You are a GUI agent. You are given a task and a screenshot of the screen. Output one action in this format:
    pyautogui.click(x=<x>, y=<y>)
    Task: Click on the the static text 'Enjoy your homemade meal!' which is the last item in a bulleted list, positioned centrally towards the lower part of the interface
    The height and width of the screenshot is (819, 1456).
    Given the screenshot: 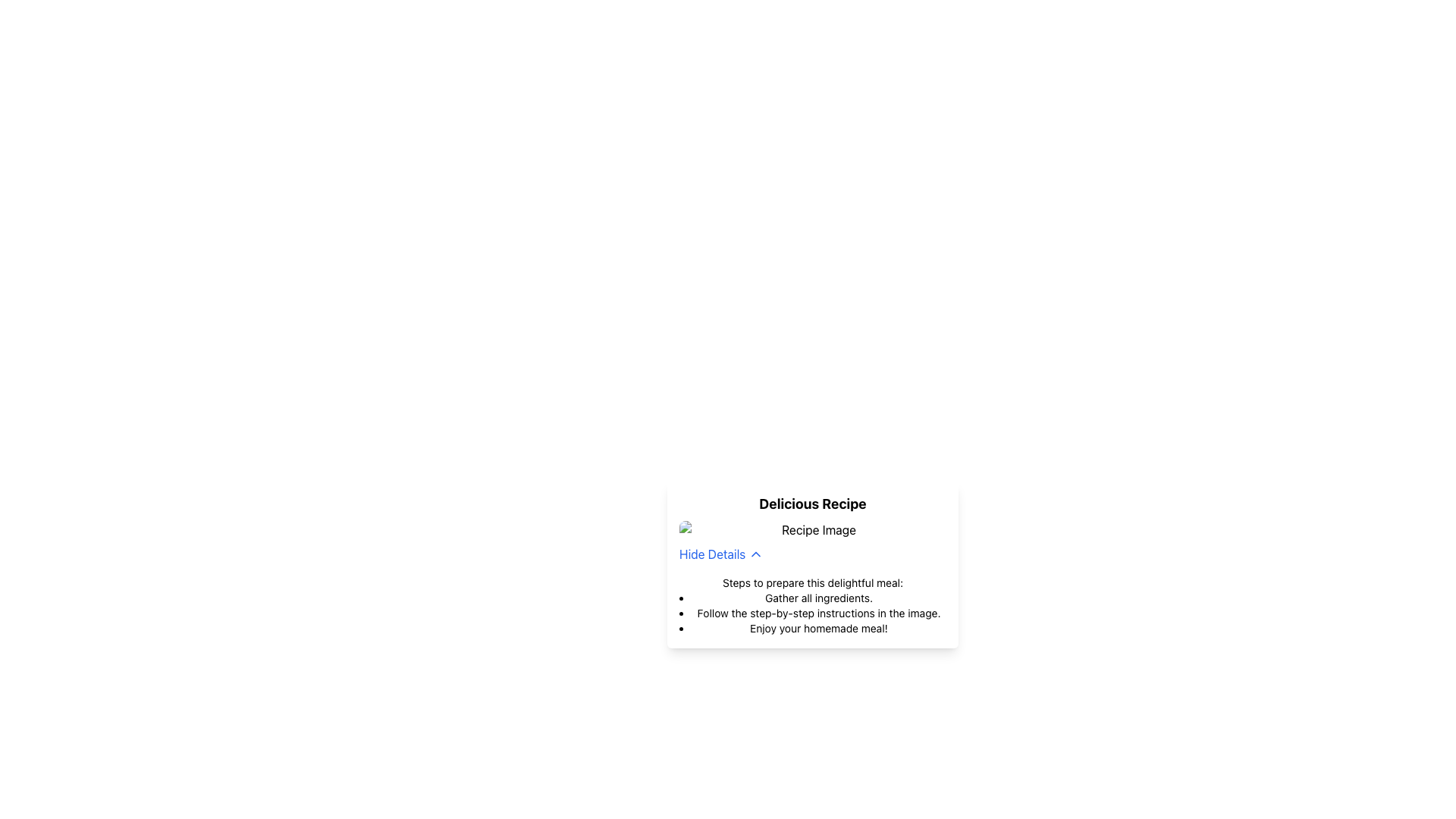 What is the action you would take?
    pyautogui.click(x=818, y=629)
    